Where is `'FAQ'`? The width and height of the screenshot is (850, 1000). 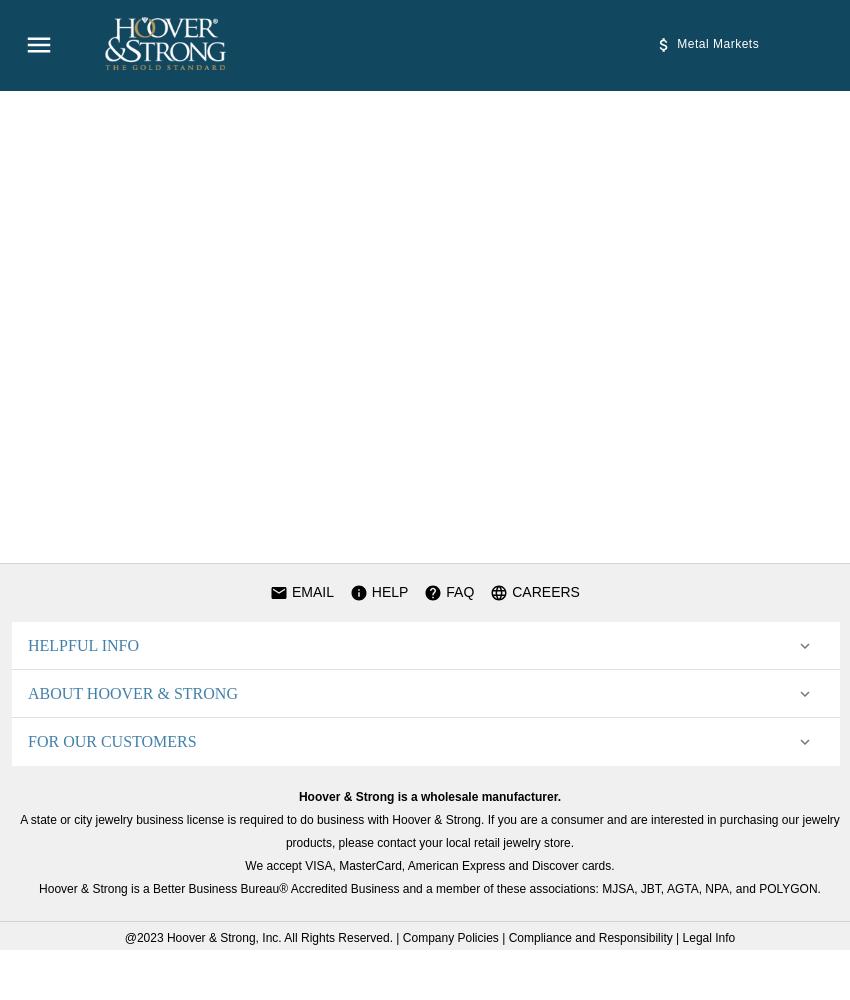
'FAQ' is located at coordinates (456, 591).